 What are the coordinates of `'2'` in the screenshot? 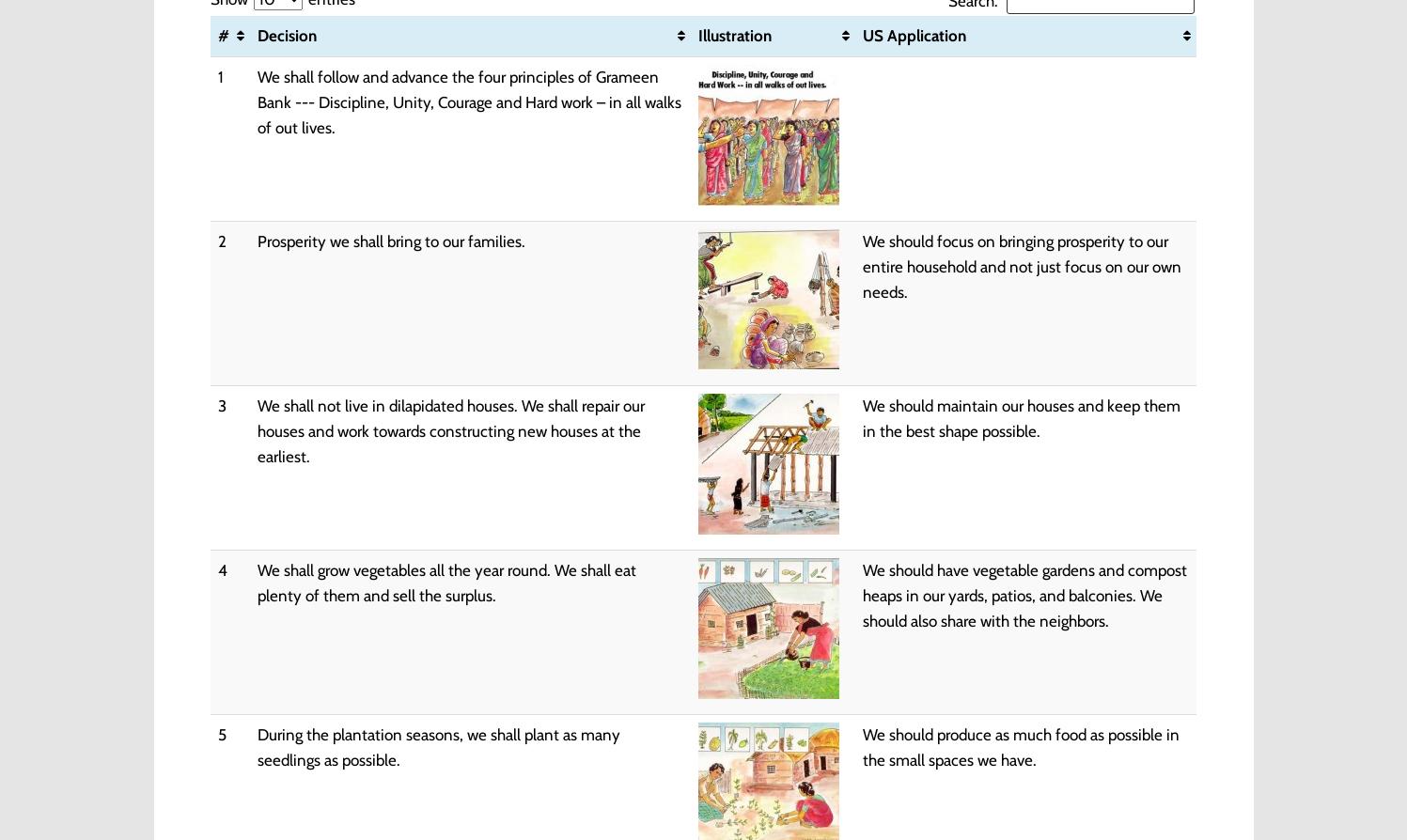 It's located at (216, 240).